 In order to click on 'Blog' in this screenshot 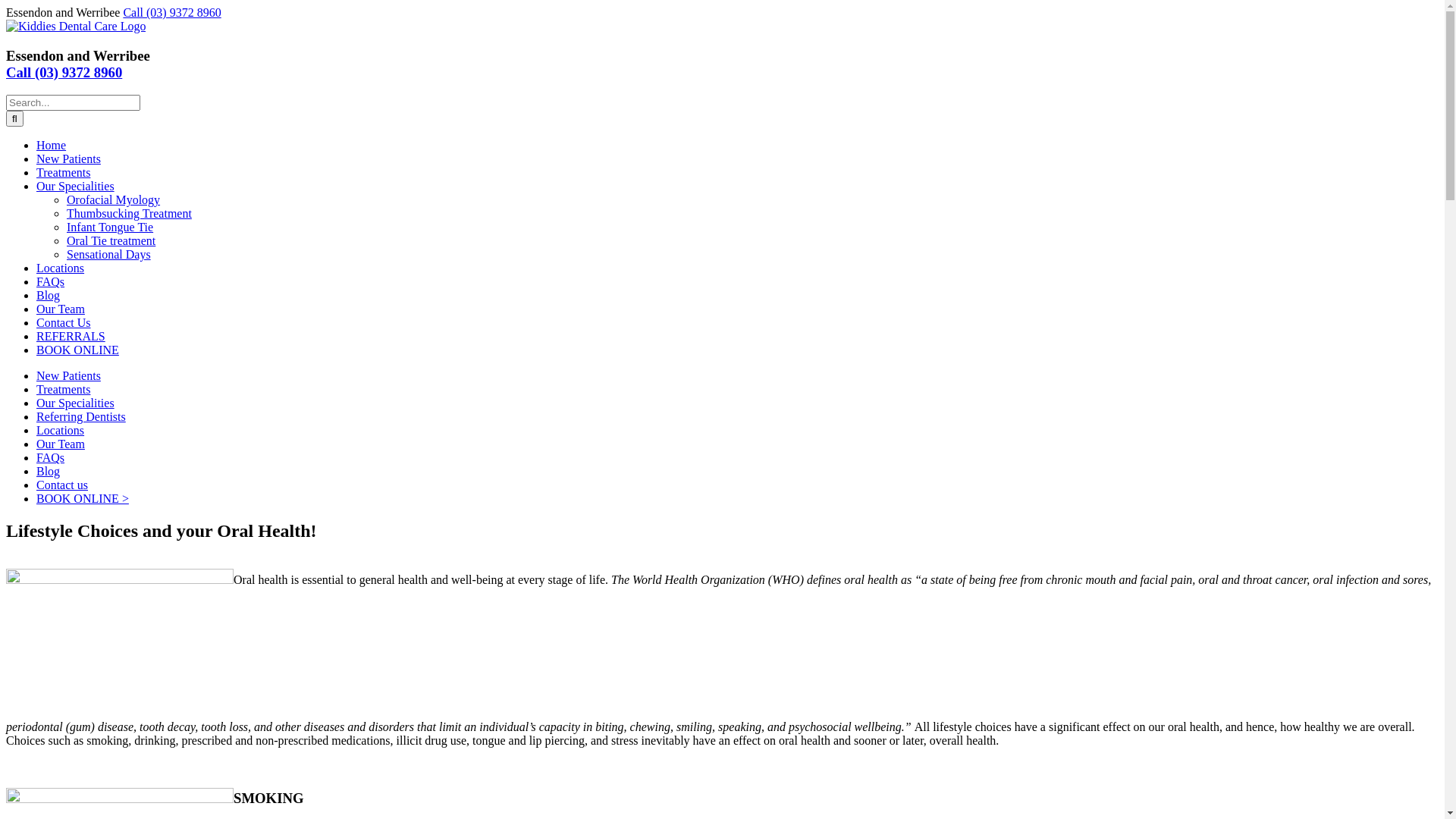, I will do `click(48, 470)`.